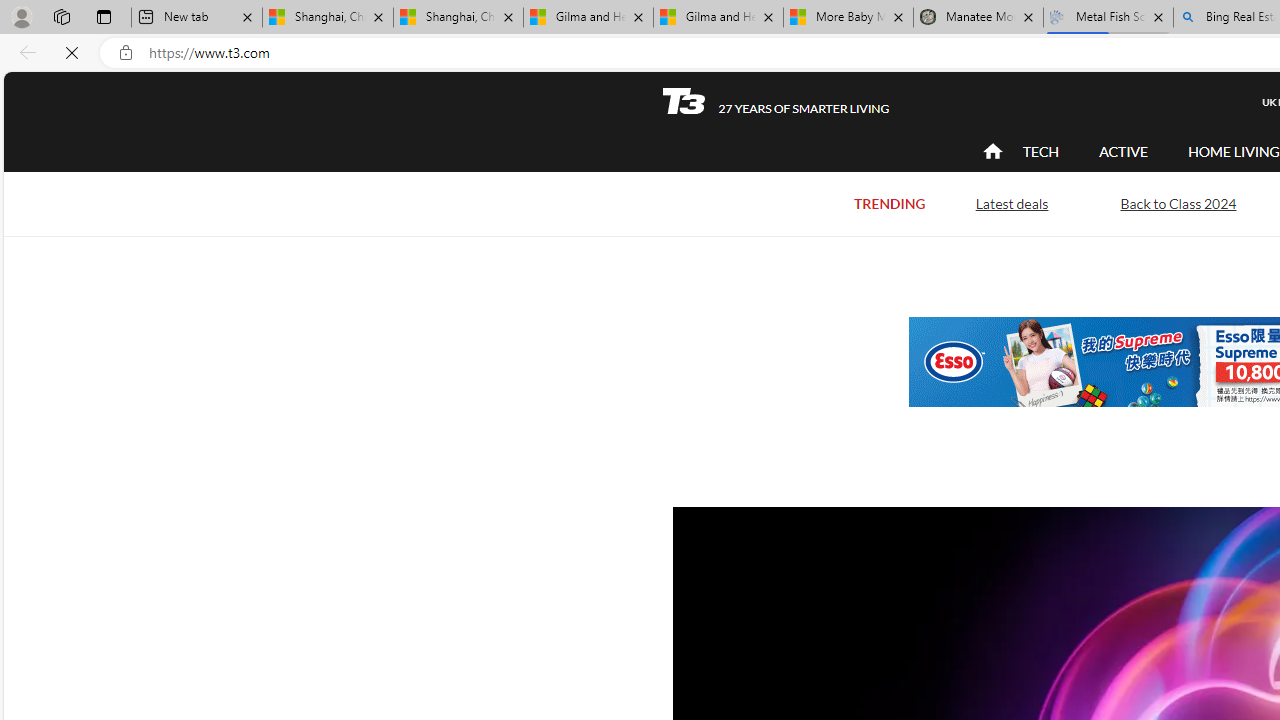  Describe the element at coordinates (1040, 150) in the screenshot. I see `'TECH'` at that location.